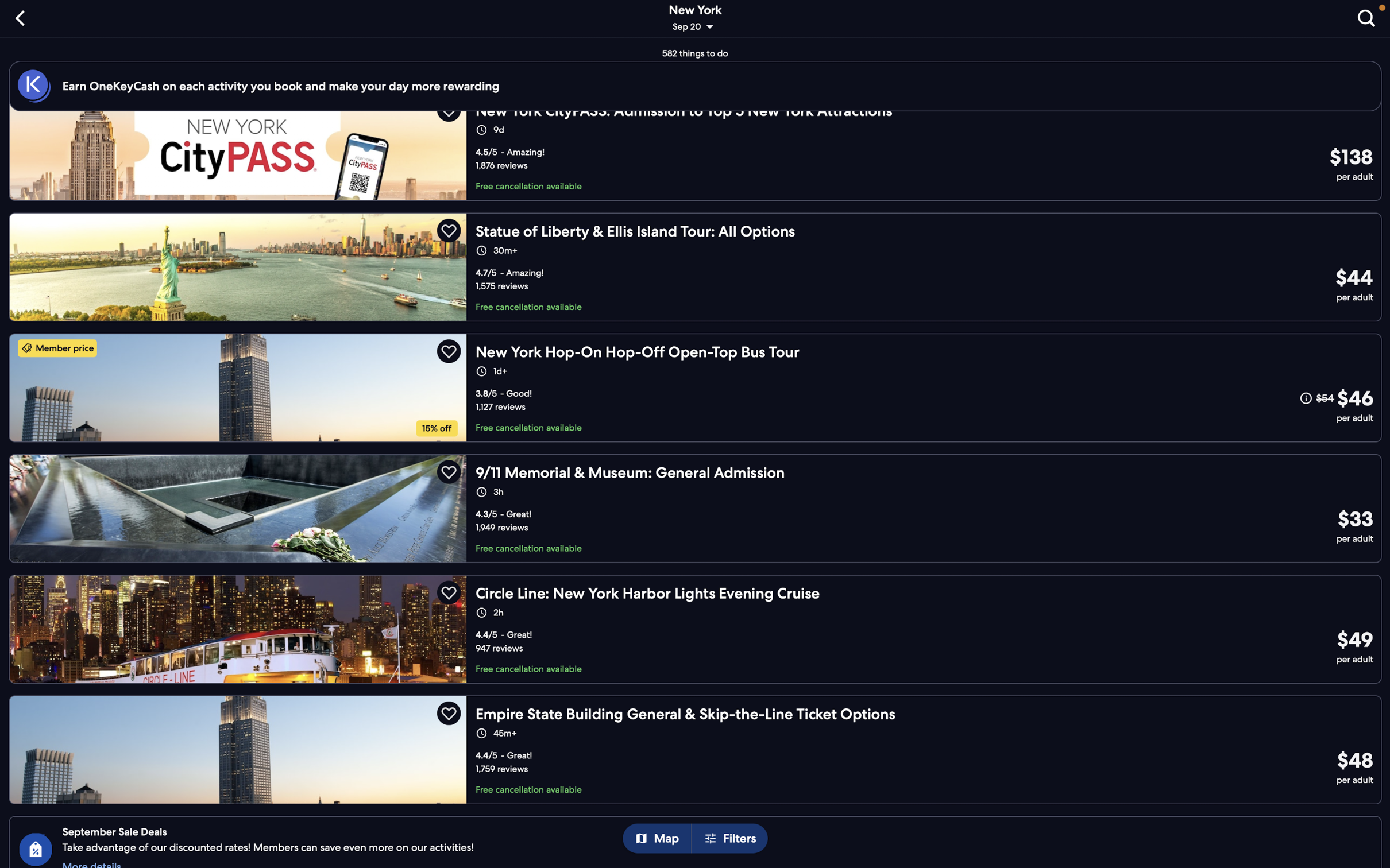 The image size is (1390, 868). What do you see at coordinates (22, 17) in the screenshot?
I see `on "back" button` at bounding box center [22, 17].